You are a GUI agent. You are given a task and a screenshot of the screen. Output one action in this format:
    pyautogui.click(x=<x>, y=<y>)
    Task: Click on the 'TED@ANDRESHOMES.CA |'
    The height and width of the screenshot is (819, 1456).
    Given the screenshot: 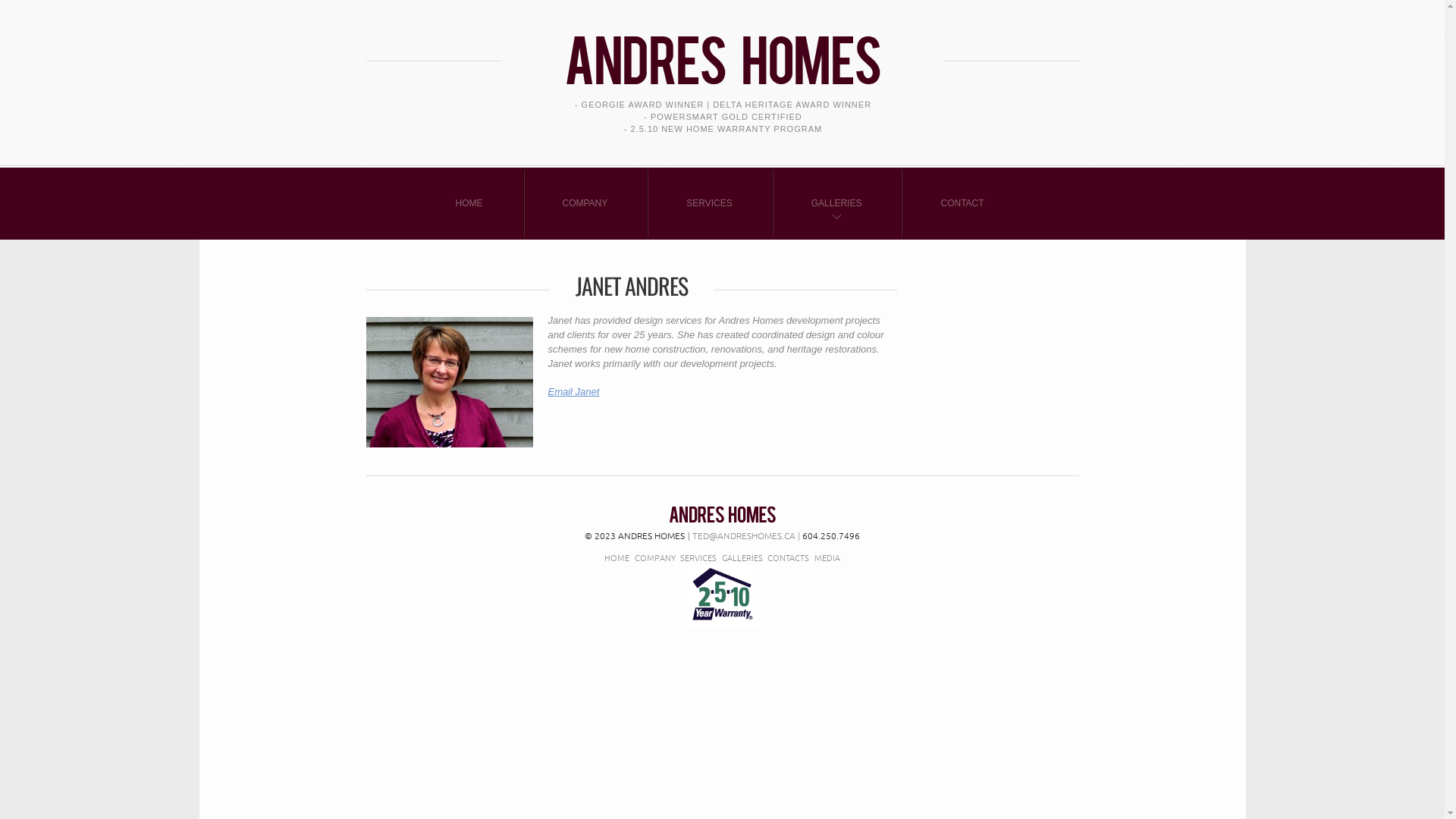 What is the action you would take?
    pyautogui.click(x=687, y=534)
    